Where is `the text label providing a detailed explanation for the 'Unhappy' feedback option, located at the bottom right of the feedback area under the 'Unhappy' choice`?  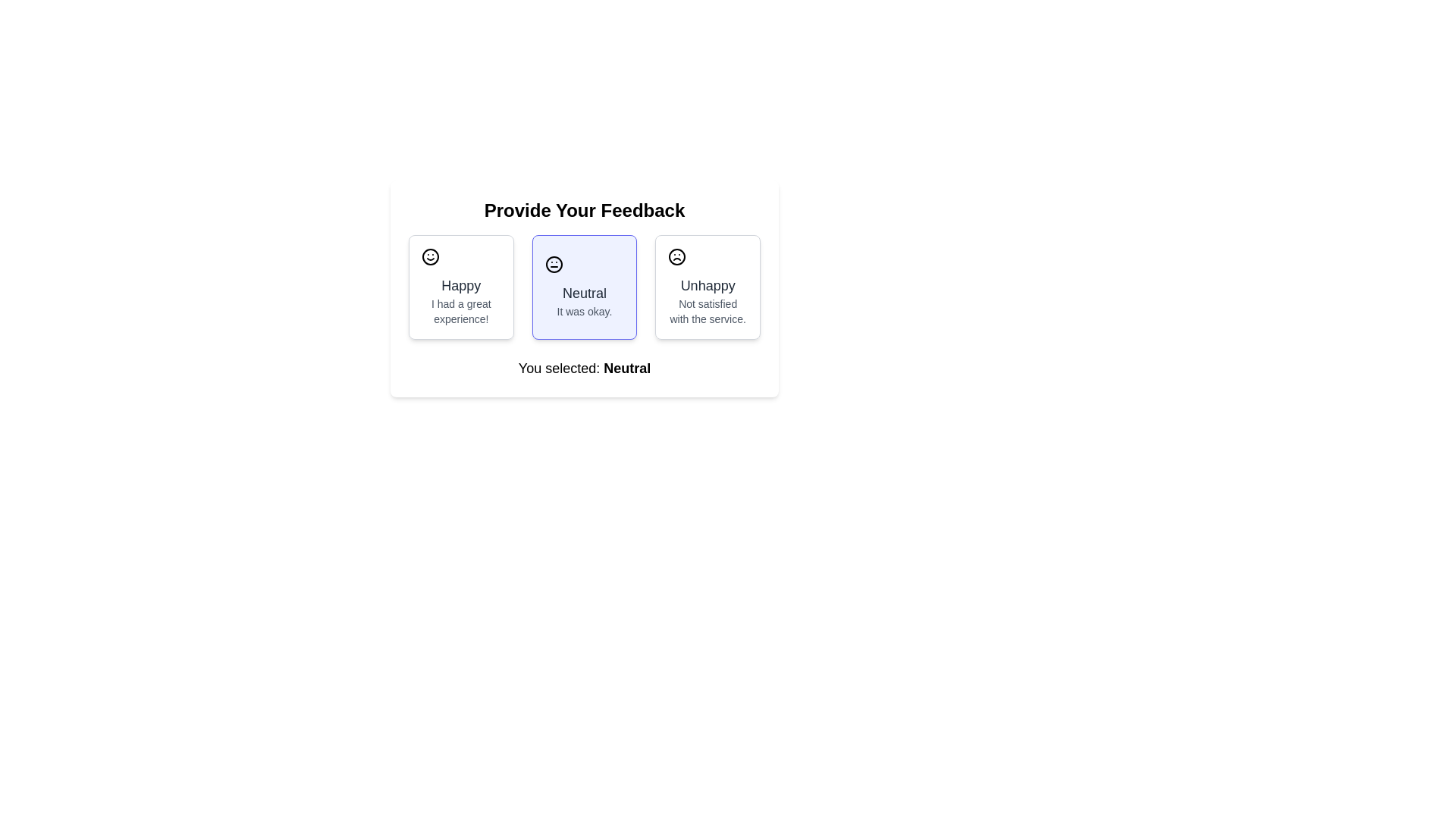
the text label providing a detailed explanation for the 'Unhappy' feedback option, located at the bottom right of the feedback area under the 'Unhappy' choice is located at coordinates (707, 311).